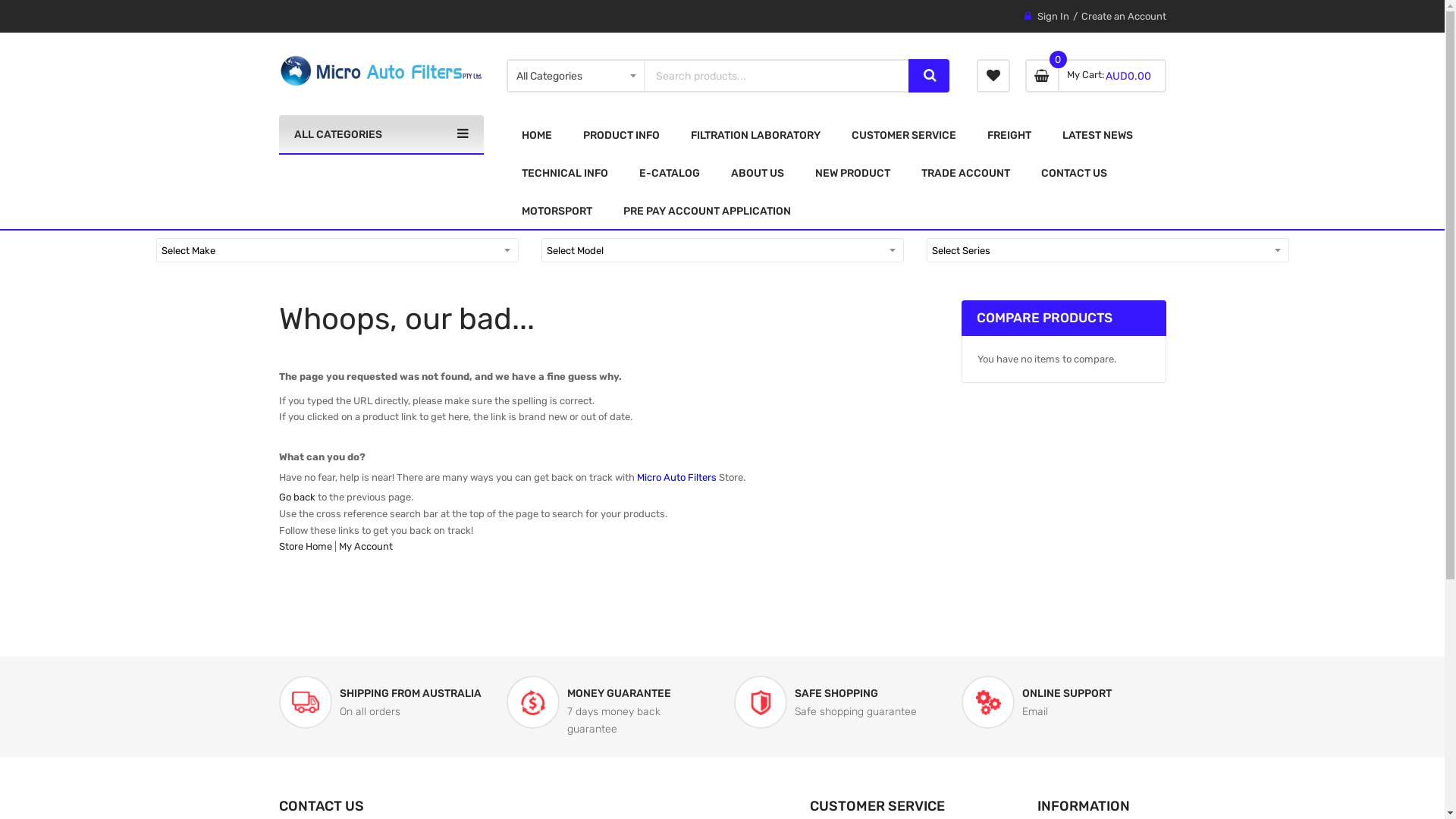 This screenshot has width=1456, height=819. I want to click on 'My Wishlist', so click(993, 76).